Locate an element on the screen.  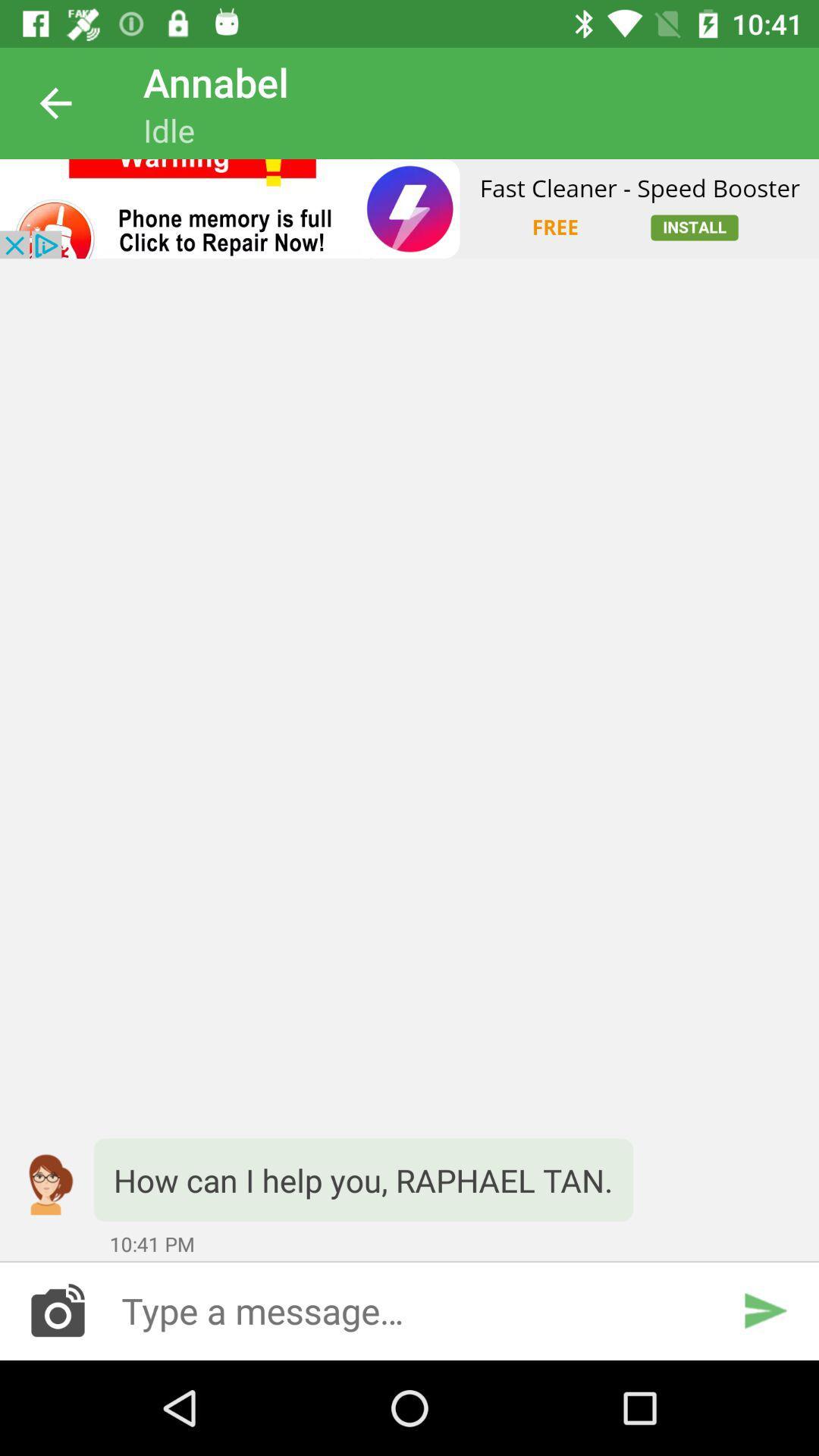
send the message is located at coordinates (764, 1310).